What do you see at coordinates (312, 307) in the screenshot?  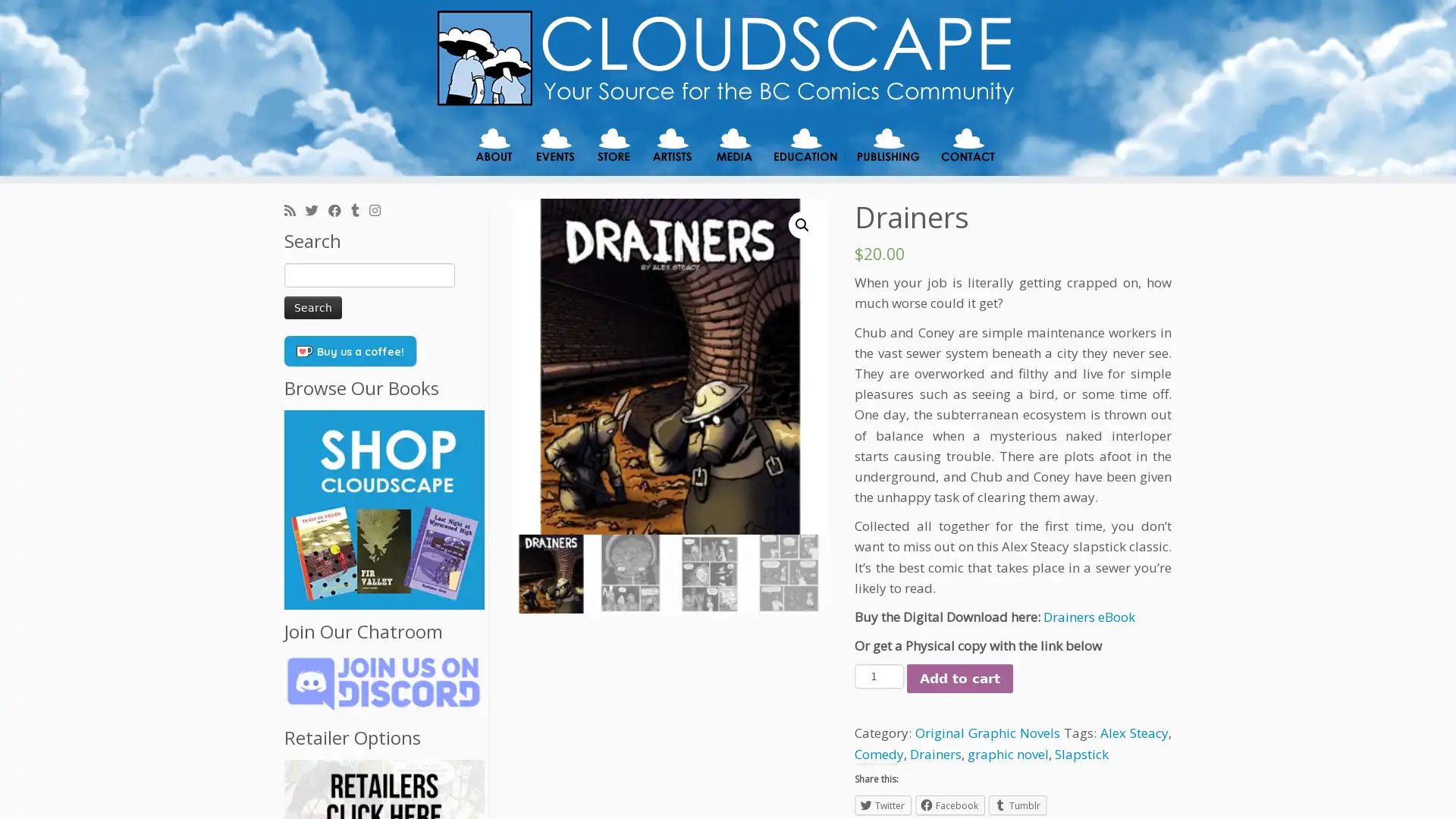 I see `Search` at bounding box center [312, 307].